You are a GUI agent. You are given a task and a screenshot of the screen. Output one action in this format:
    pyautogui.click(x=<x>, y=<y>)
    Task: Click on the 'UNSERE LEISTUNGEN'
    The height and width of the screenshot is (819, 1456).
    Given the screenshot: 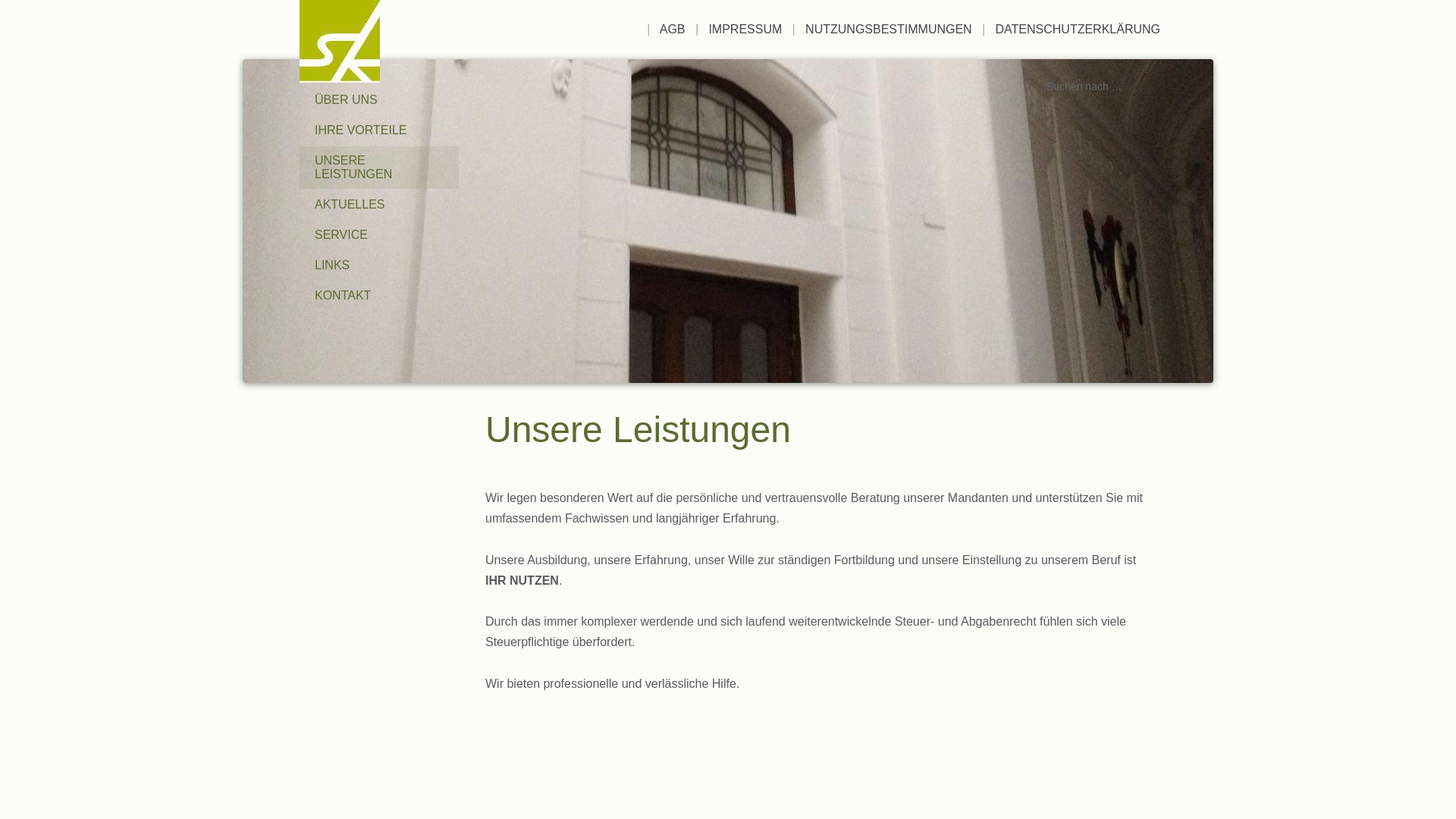 What is the action you would take?
    pyautogui.click(x=378, y=167)
    